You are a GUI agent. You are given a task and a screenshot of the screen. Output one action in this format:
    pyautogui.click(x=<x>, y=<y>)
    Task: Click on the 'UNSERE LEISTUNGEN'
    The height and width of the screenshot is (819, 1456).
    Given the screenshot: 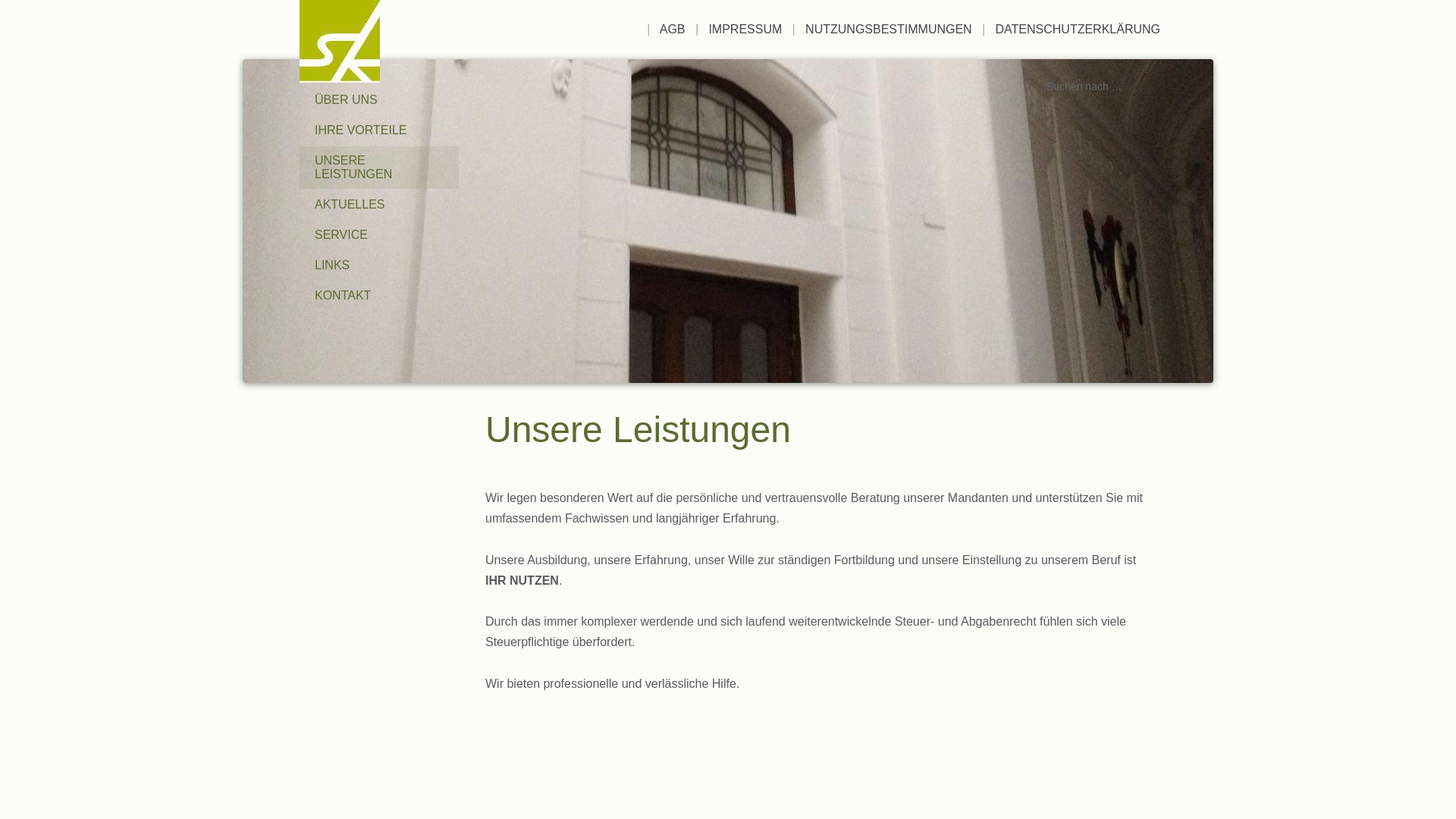 What is the action you would take?
    pyautogui.click(x=378, y=167)
    